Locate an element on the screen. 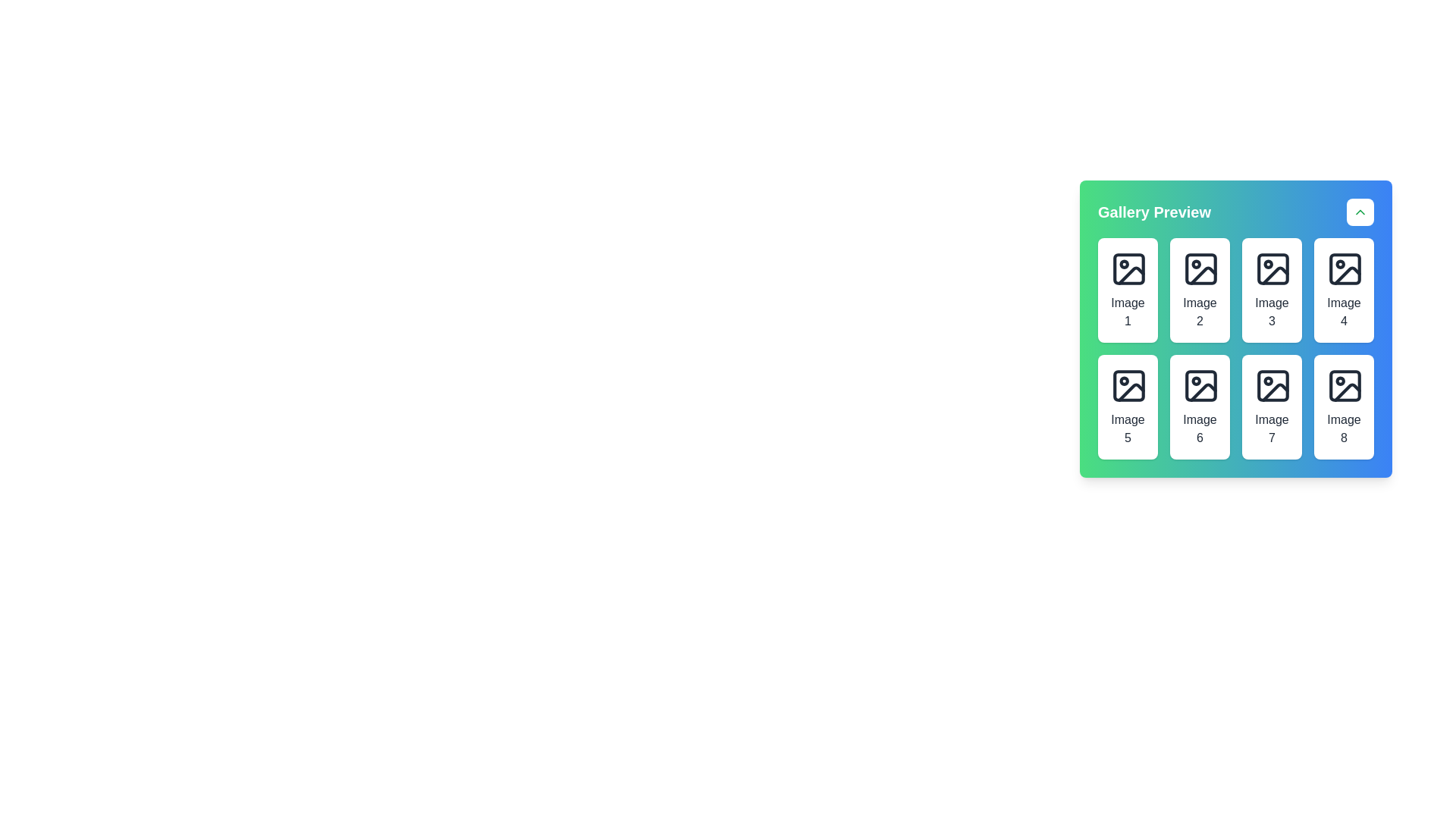 The height and width of the screenshot is (819, 1456). the image icon labeled 'Image 4' located is located at coordinates (1345, 268).